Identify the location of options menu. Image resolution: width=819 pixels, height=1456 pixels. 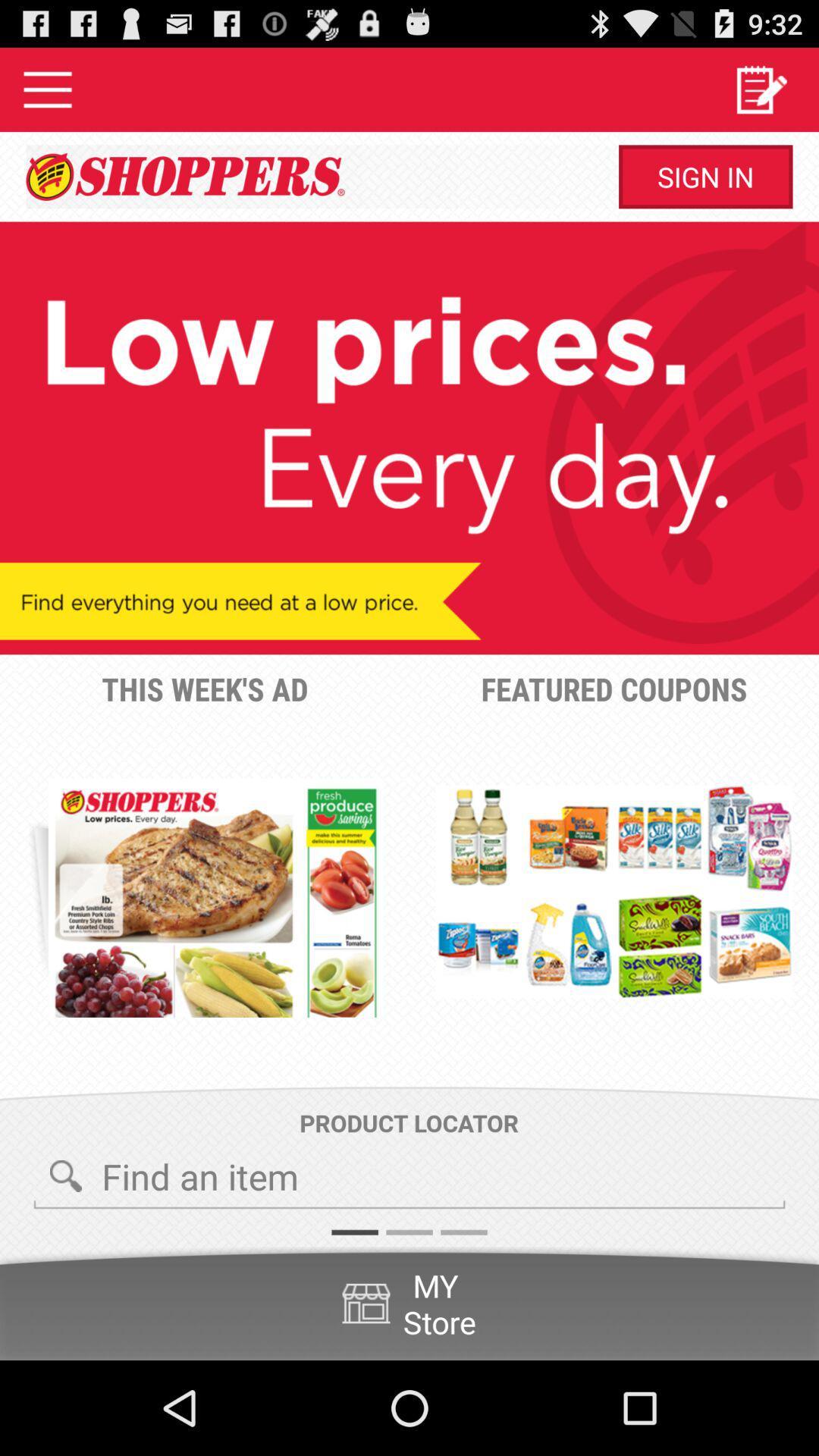
(46, 89).